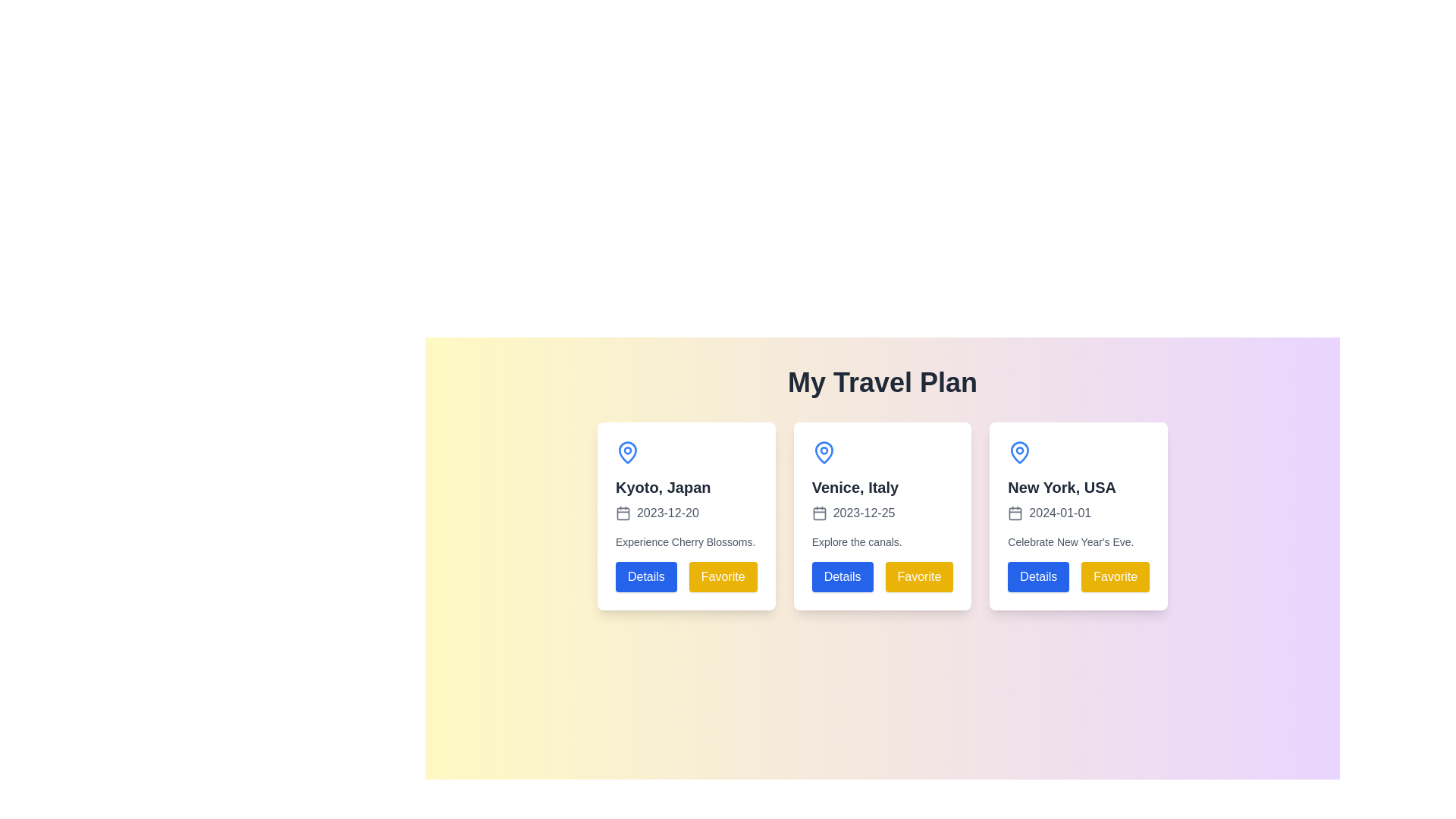 This screenshot has height=819, width=1456. I want to click on the Icon or Decorative Image associated with the date '2024-01-01' in the third card titled 'New York, USA', so click(1015, 513).